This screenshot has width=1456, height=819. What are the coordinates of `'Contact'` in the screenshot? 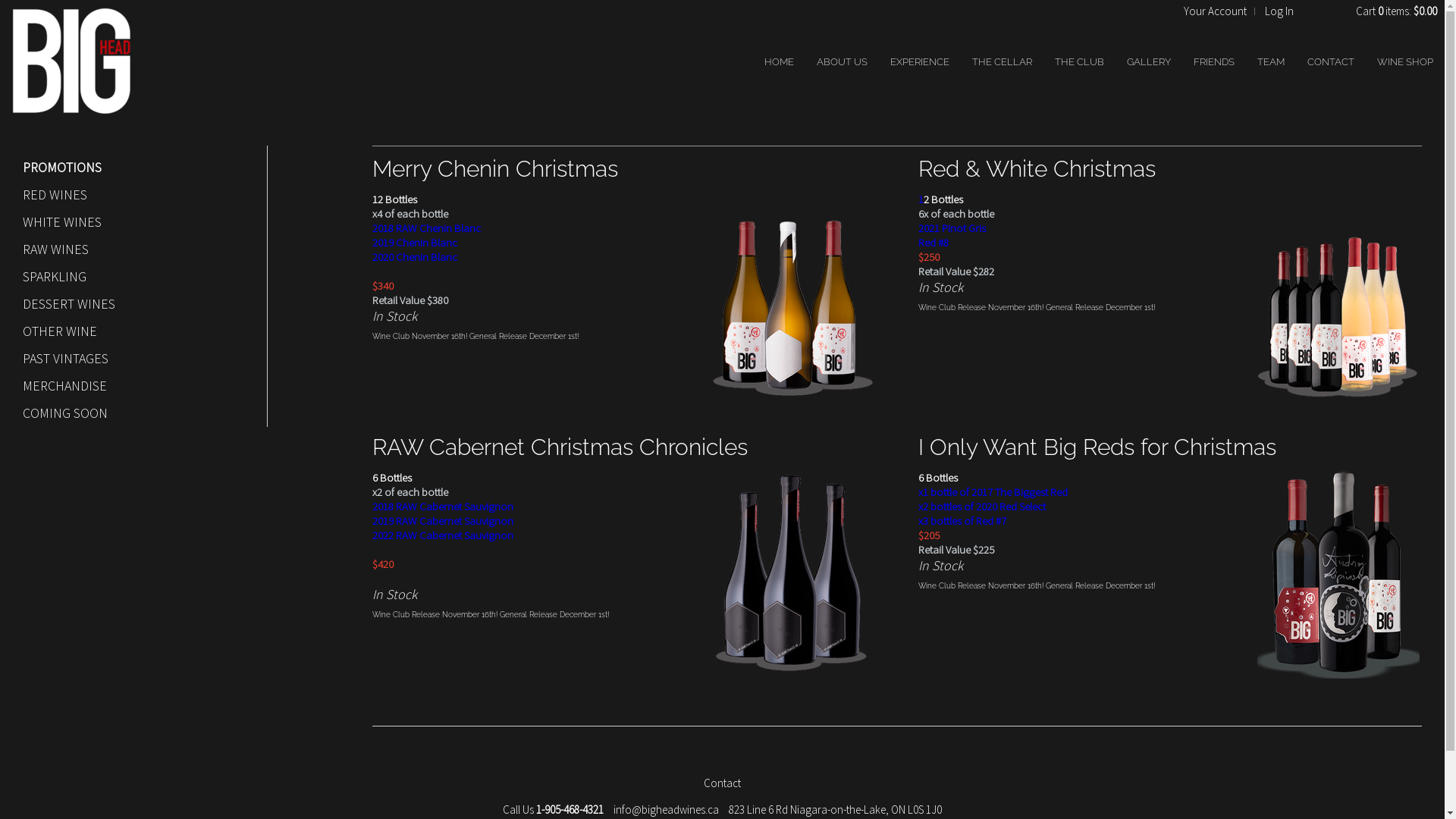 It's located at (702, 783).